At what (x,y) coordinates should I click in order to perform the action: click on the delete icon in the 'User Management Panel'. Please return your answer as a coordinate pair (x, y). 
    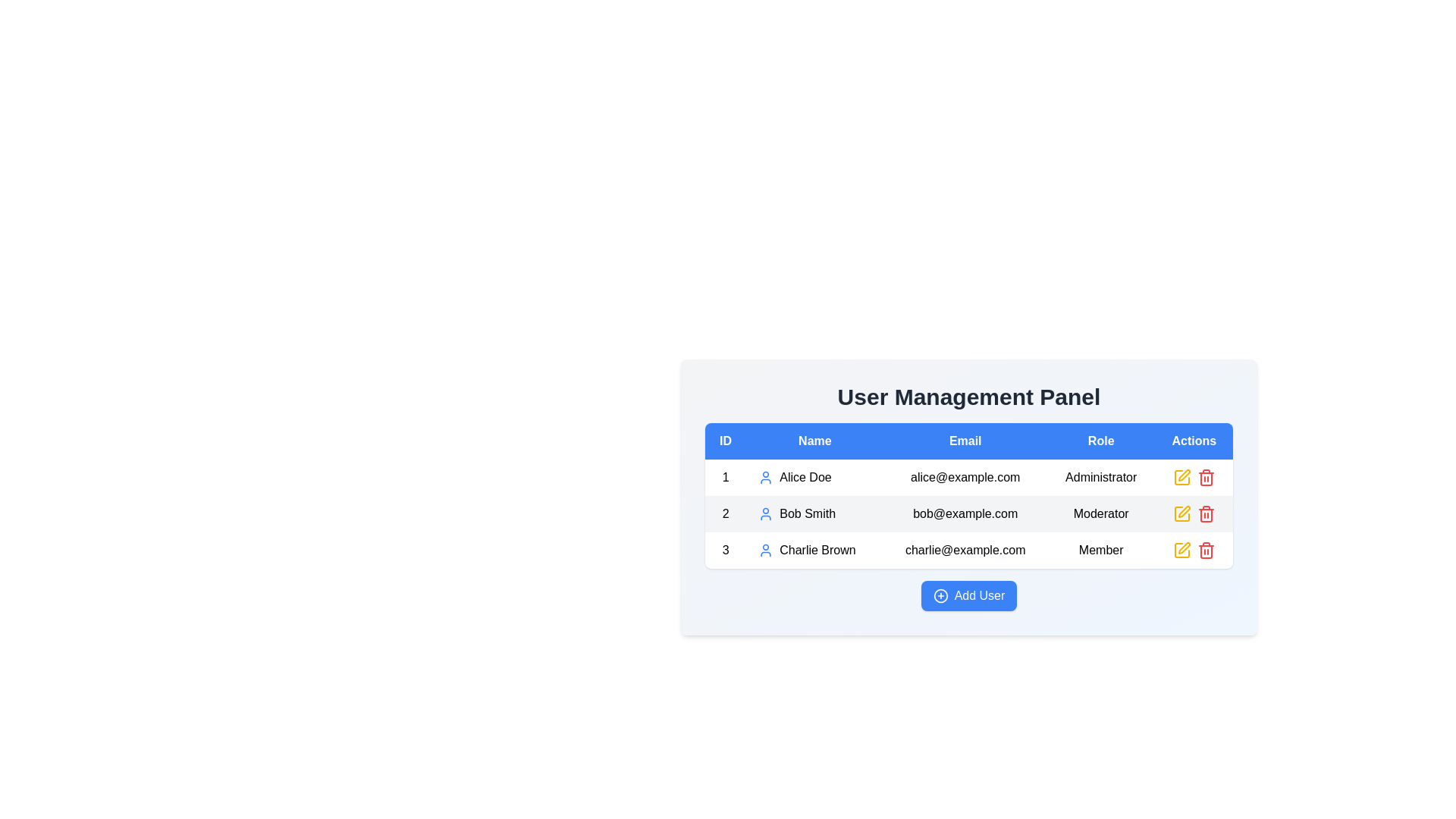
    Looking at the image, I should click on (1193, 550).